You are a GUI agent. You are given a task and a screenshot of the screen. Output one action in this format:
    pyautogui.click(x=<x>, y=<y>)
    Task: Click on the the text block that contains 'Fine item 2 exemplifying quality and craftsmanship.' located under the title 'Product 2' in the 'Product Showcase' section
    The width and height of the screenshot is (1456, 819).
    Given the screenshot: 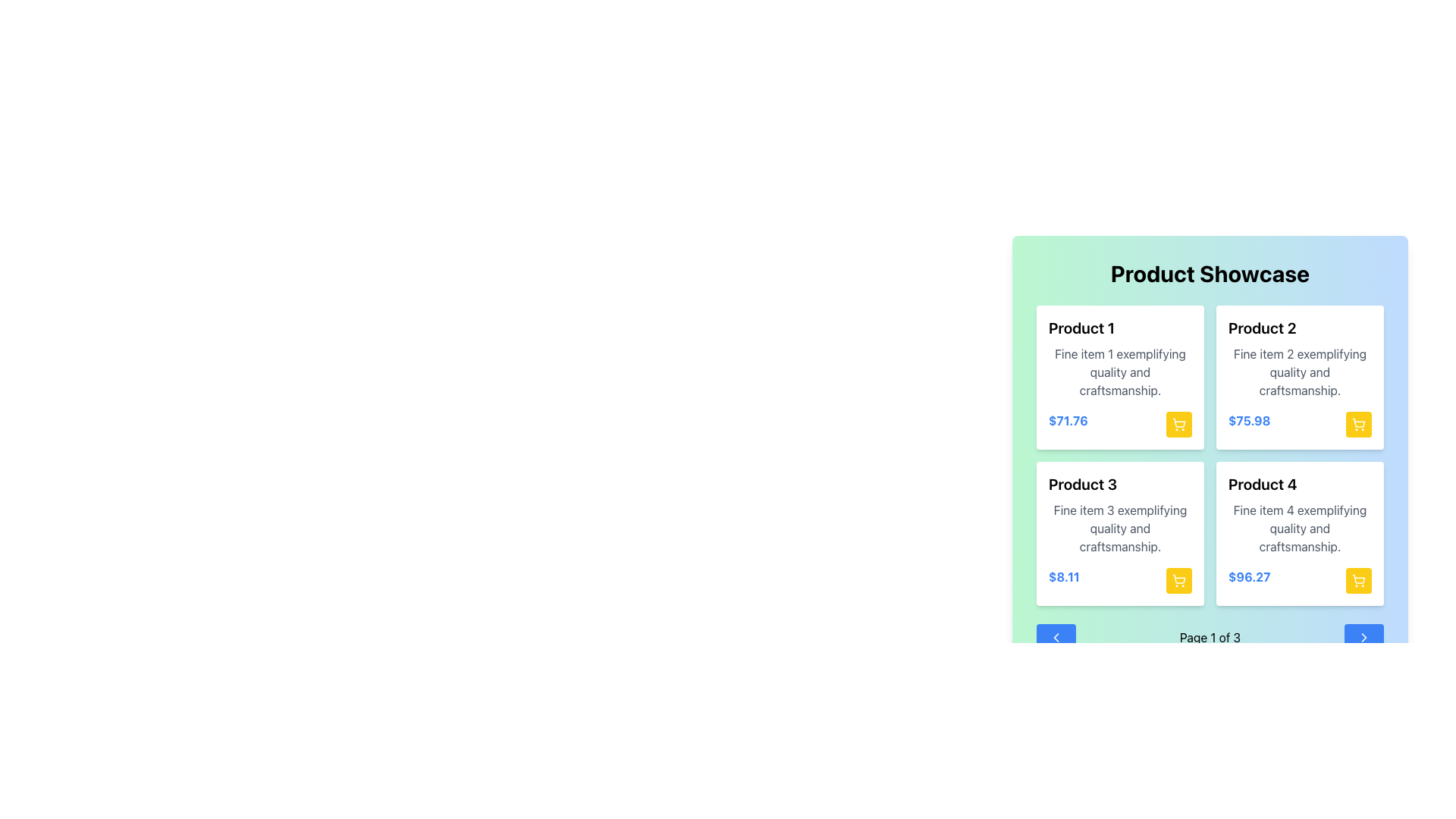 What is the action you would take?
    pyautogui.click(x=1299, y=372)
    